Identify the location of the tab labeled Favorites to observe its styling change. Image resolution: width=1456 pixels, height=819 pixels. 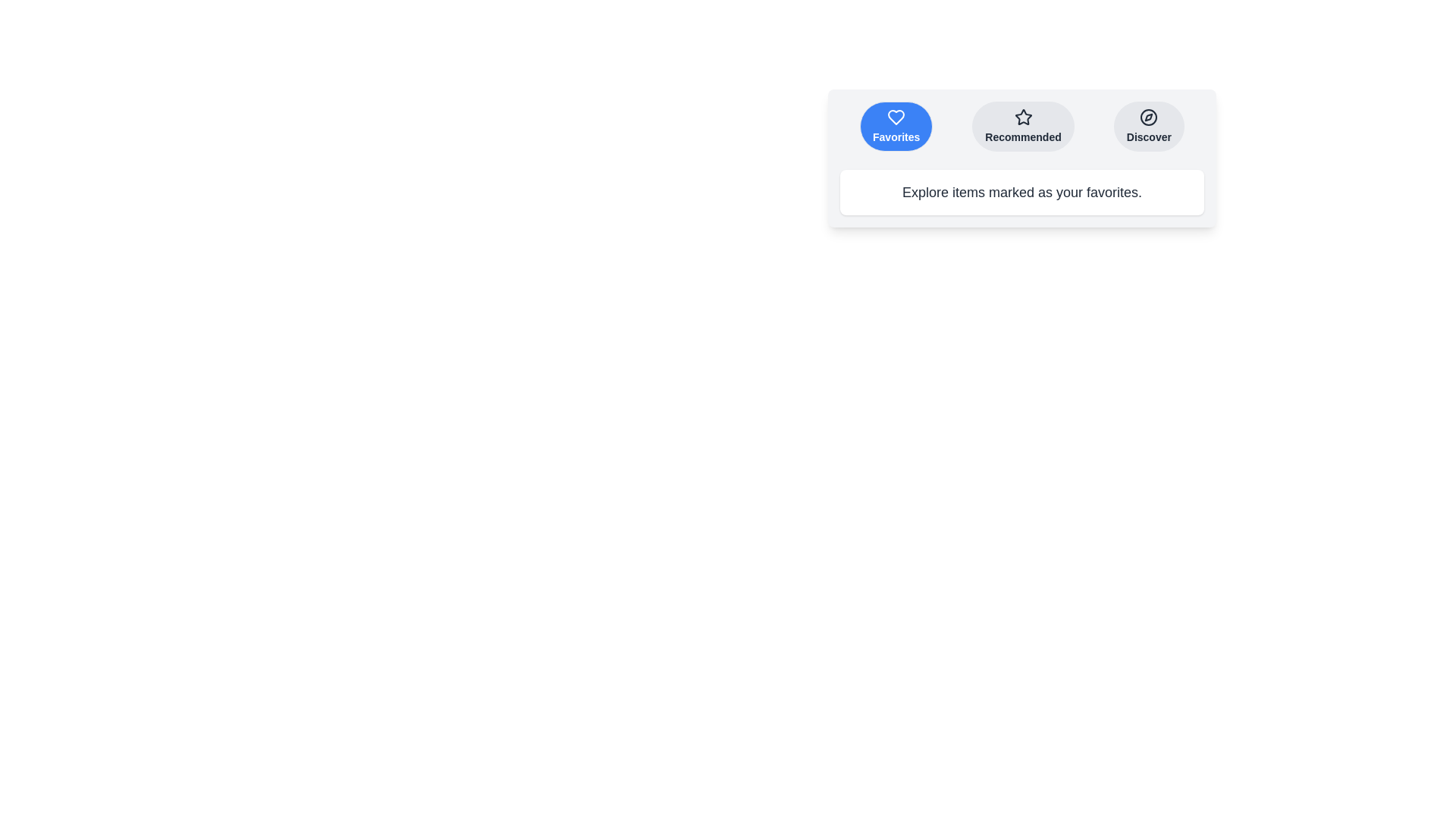
(896, 125).